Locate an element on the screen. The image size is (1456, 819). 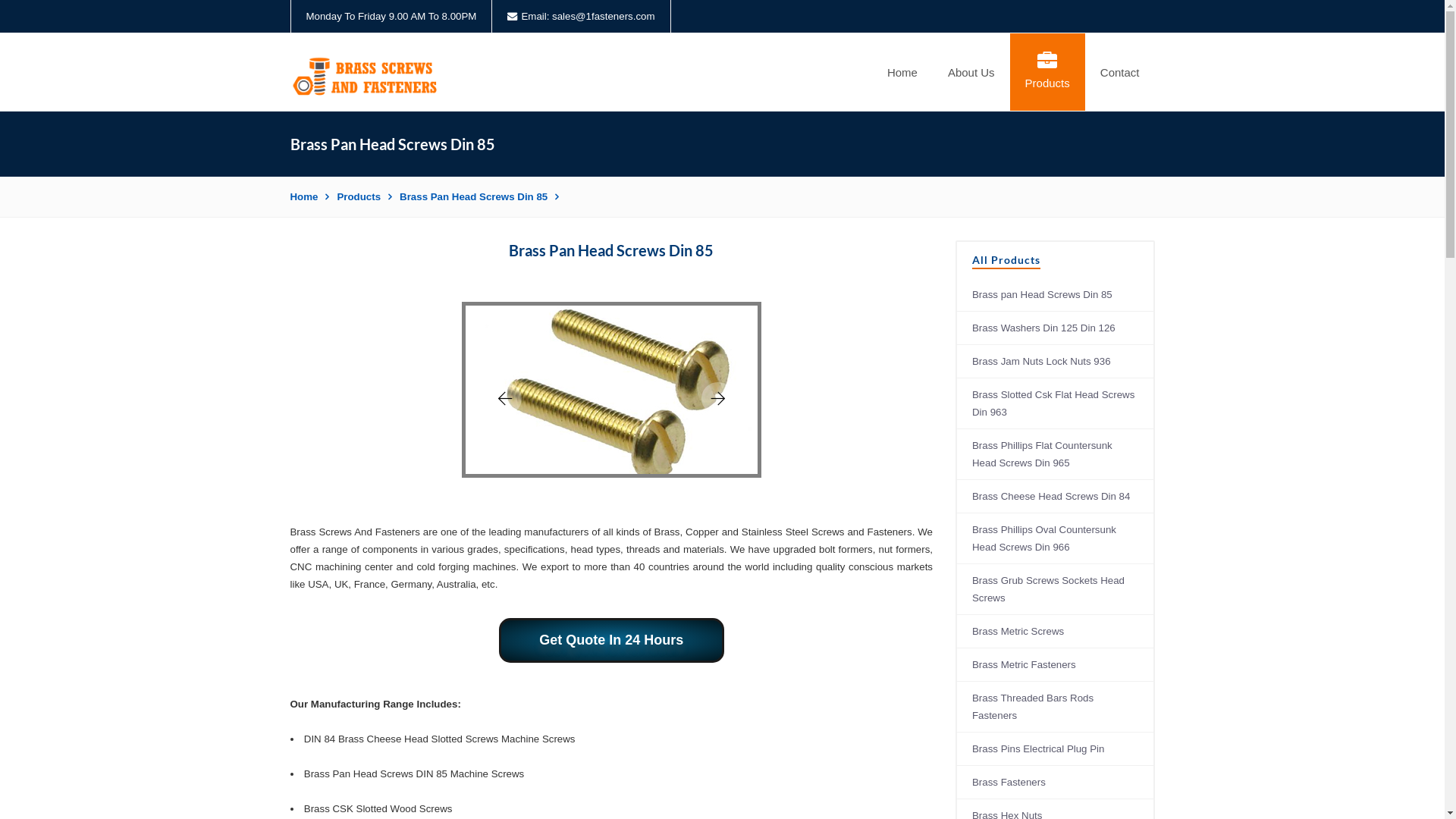
'Brass Metric Screws' is located at coordinates (956, 632).